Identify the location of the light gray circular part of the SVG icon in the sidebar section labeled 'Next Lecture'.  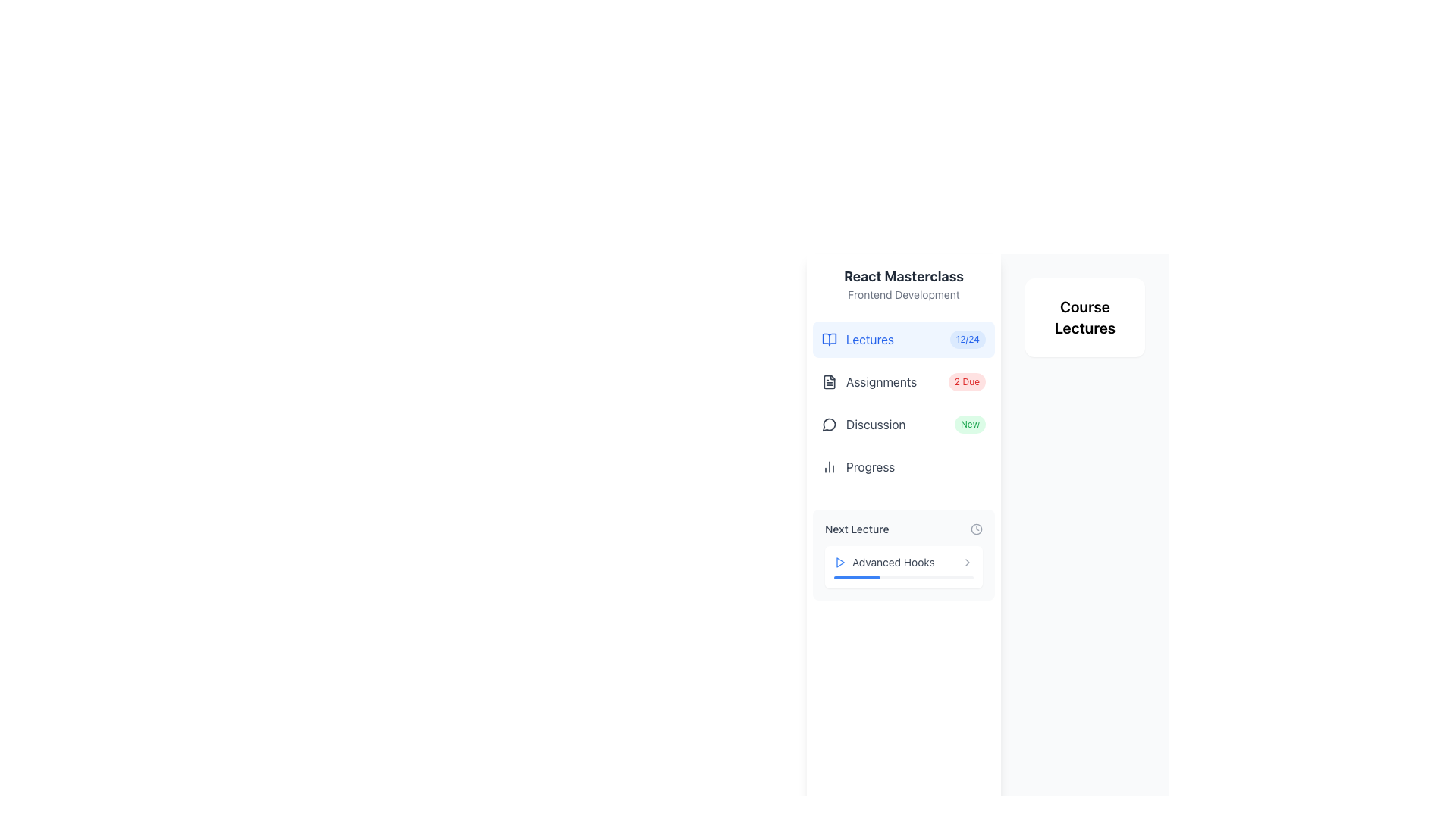
(976, 529).